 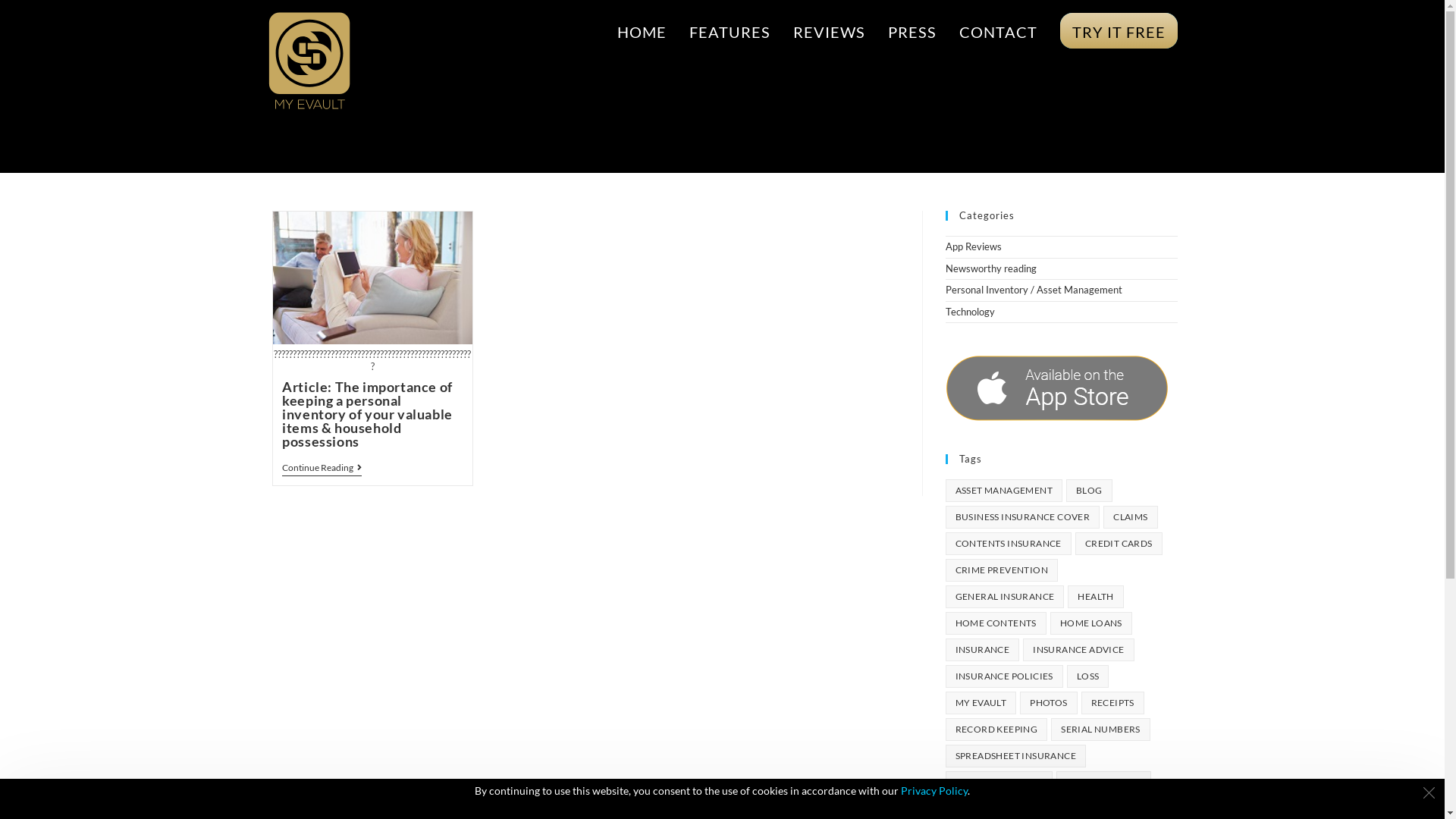 What do you see at coordinates (730, 32) in the screenshot?
I see `'FEATURES'` at bounding box center [730, 32].